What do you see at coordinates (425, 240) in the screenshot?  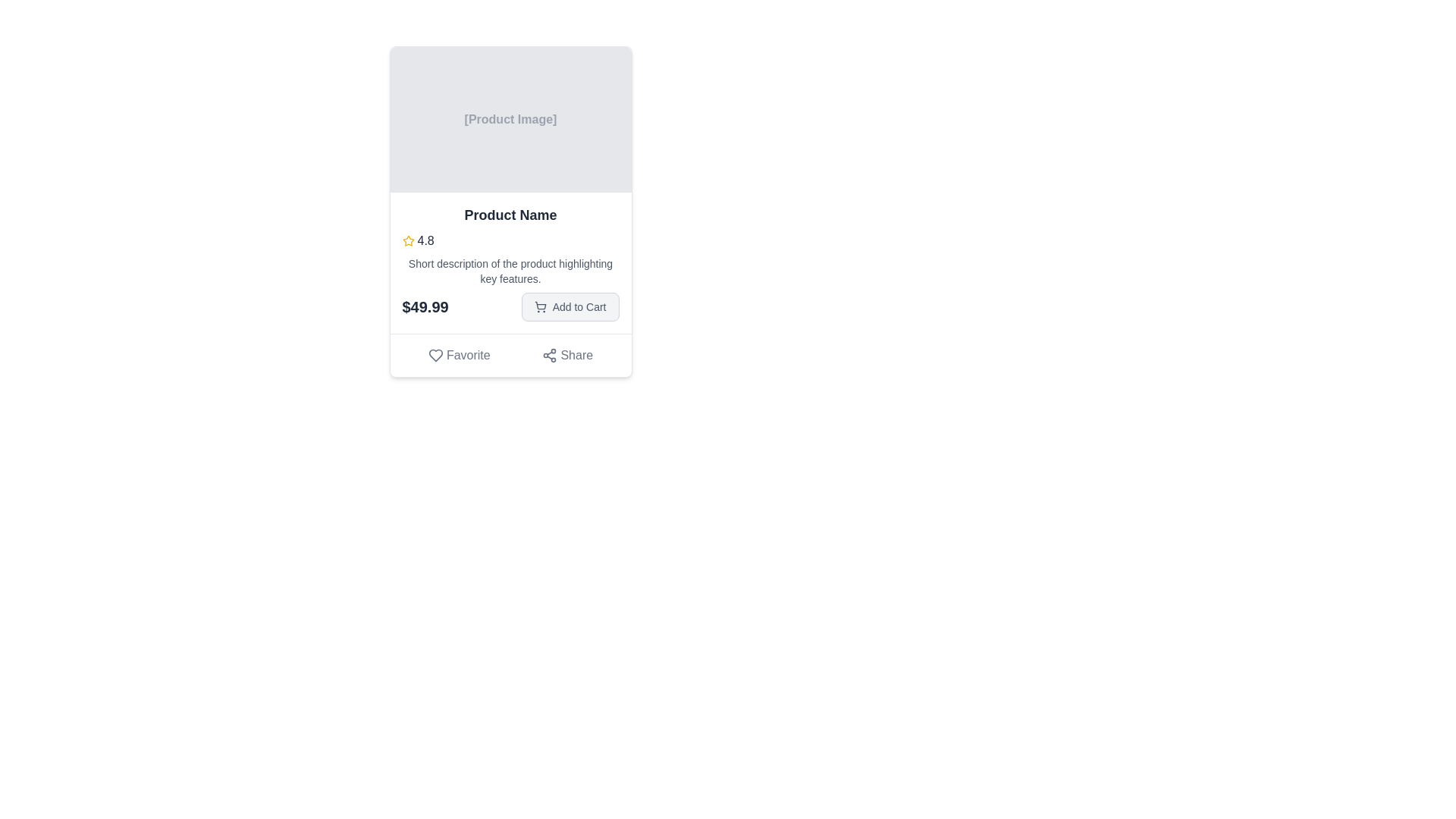 I see `the text display element that shows the rating score associated with the product, located right after the yellow star icon in the product description panel` at bounding box center [425, 240].